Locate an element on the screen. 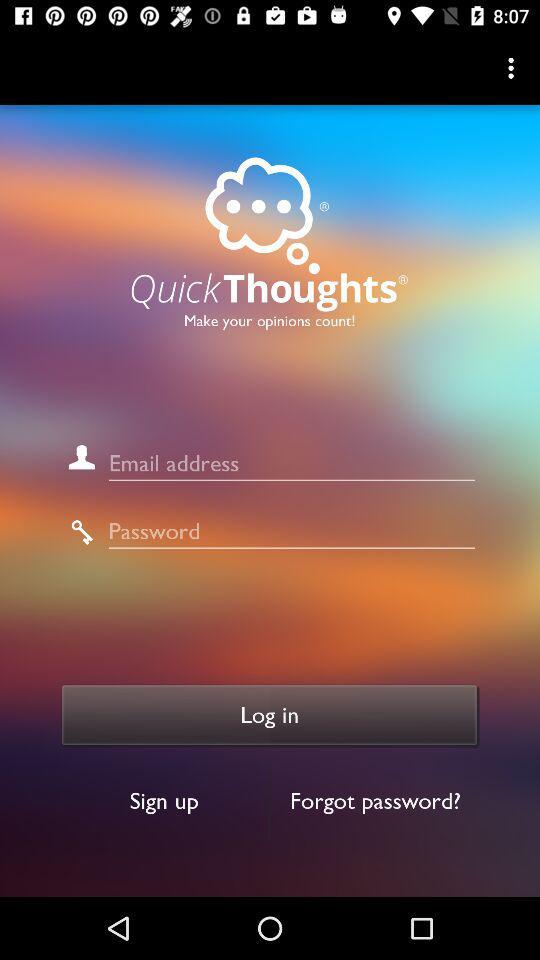  item at the top right corner is located at coordinates (513, 68).